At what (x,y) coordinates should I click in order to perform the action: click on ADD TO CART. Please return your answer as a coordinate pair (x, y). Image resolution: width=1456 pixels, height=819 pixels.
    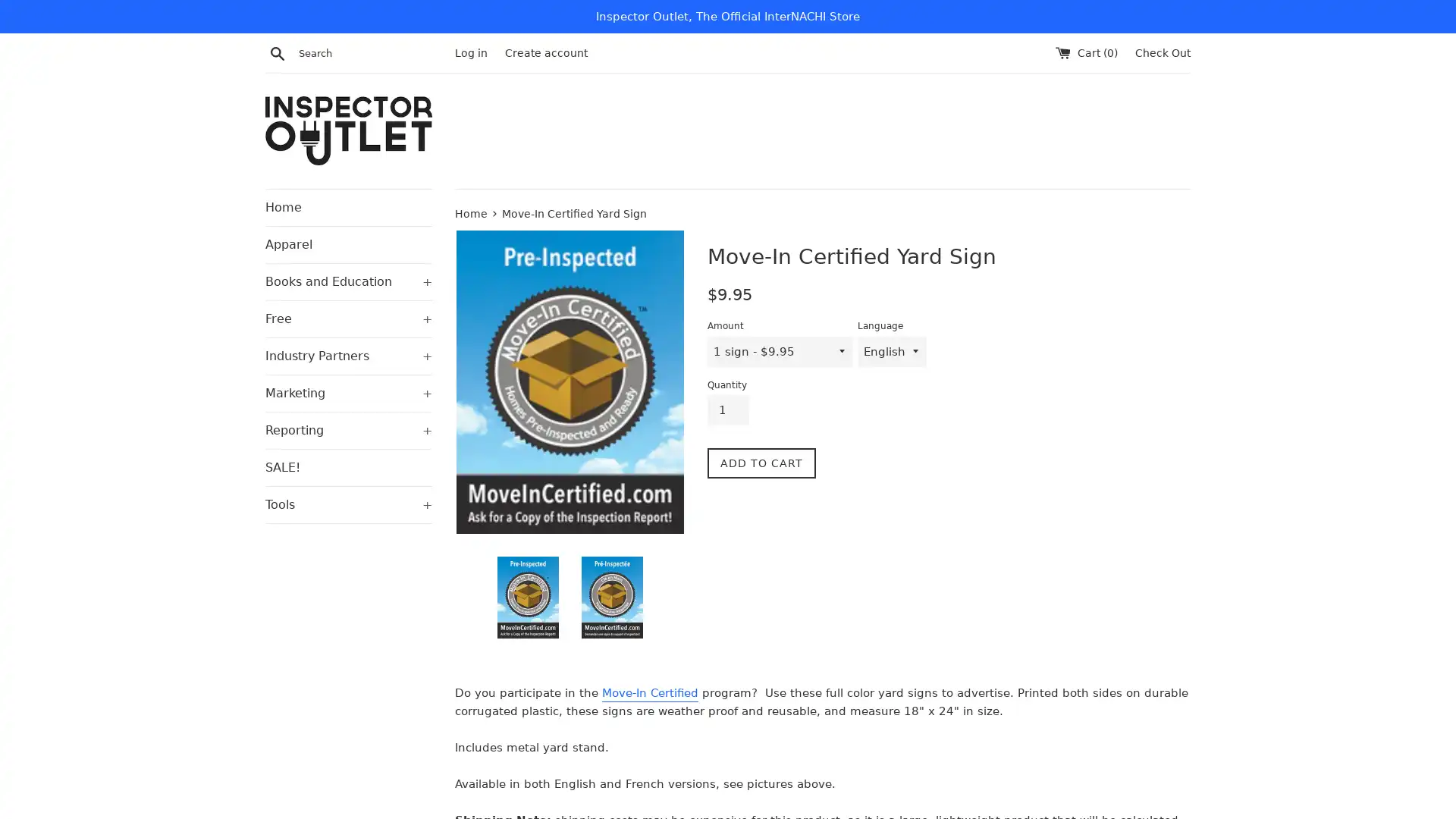
    Looking at the image, I should click on (761, 462).